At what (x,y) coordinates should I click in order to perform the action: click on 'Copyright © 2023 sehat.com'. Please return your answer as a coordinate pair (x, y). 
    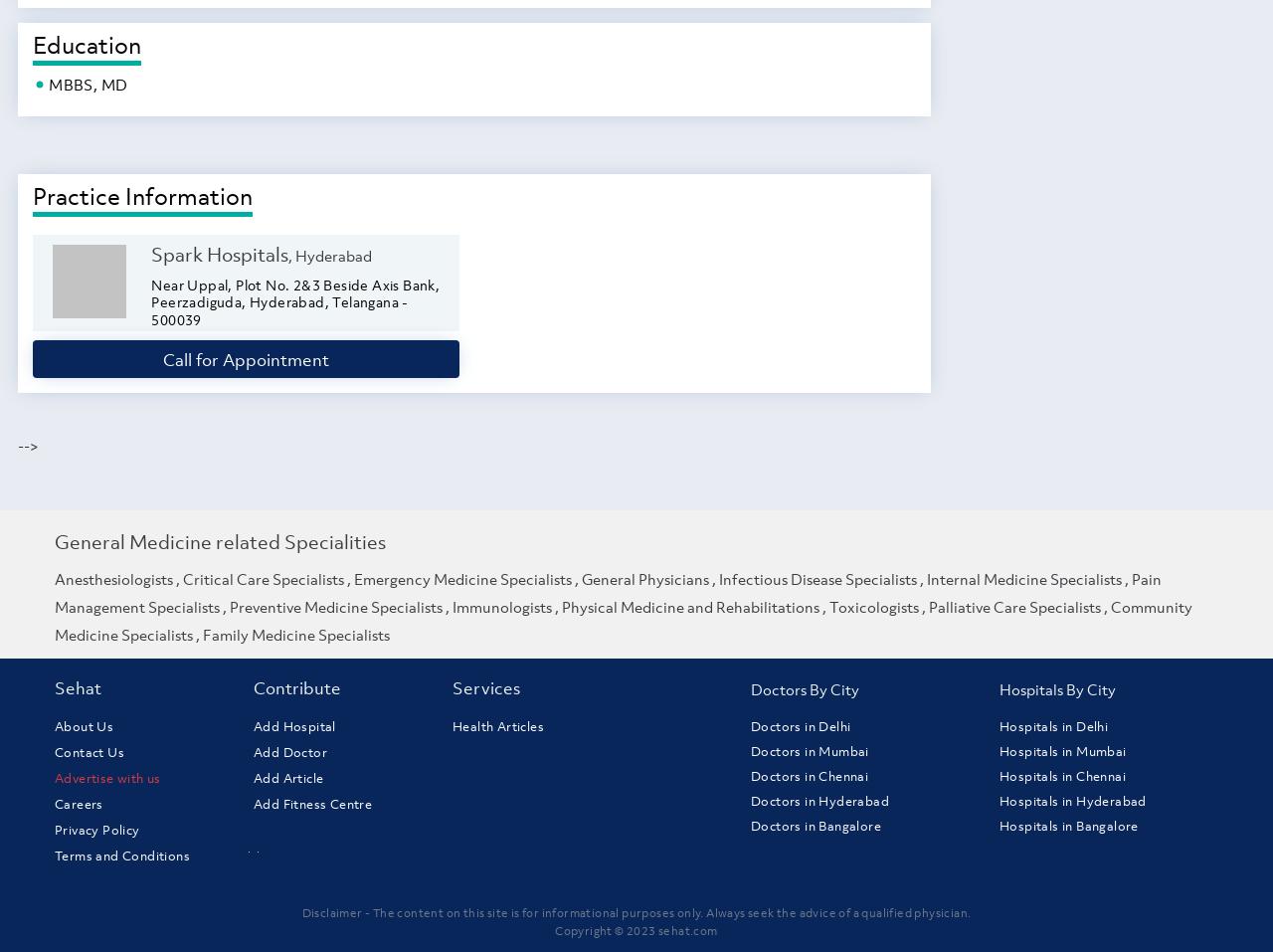
    Looking at the image, I should click on (635, 929).